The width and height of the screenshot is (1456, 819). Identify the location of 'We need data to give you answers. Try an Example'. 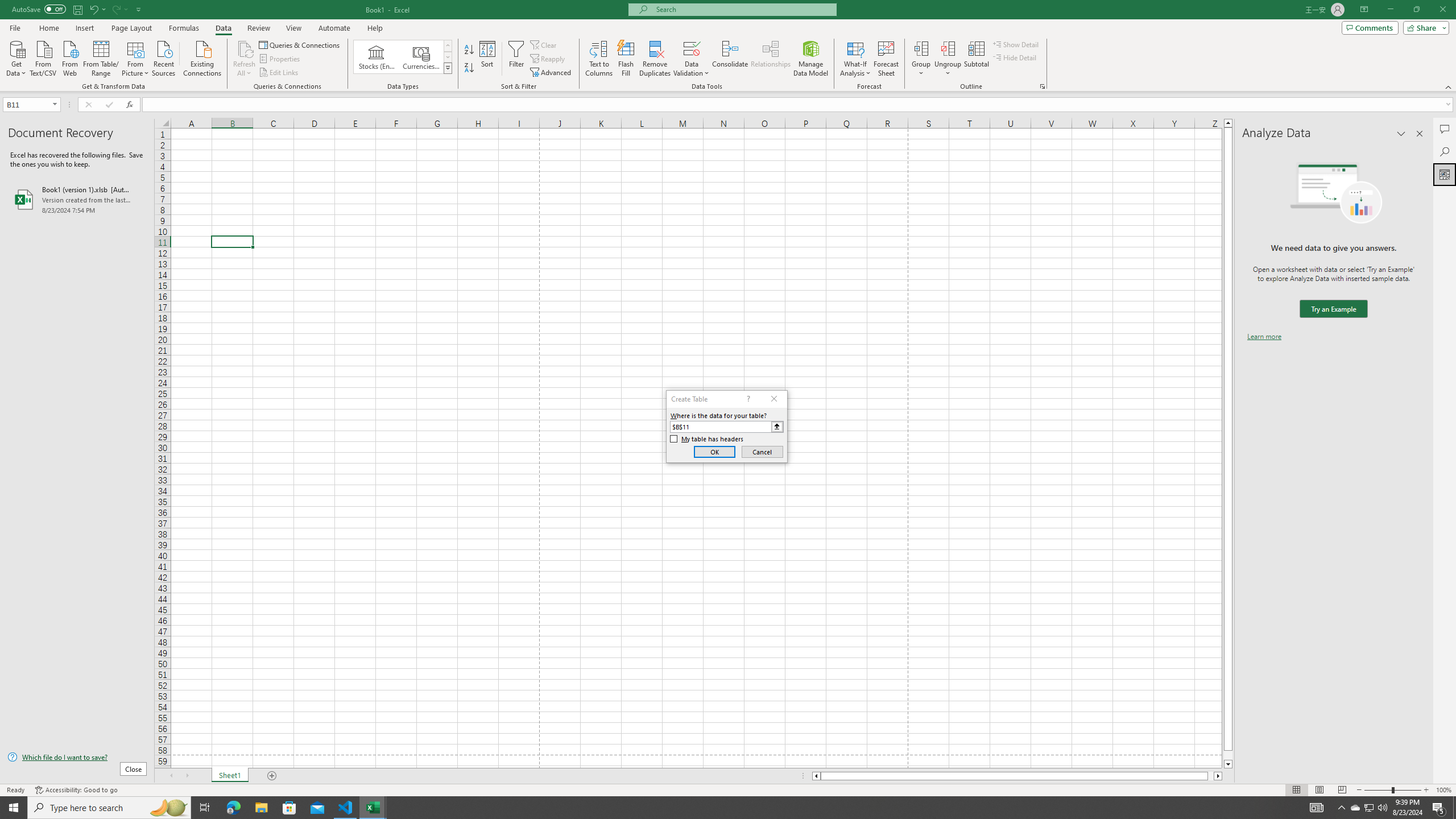
(1333, 309).